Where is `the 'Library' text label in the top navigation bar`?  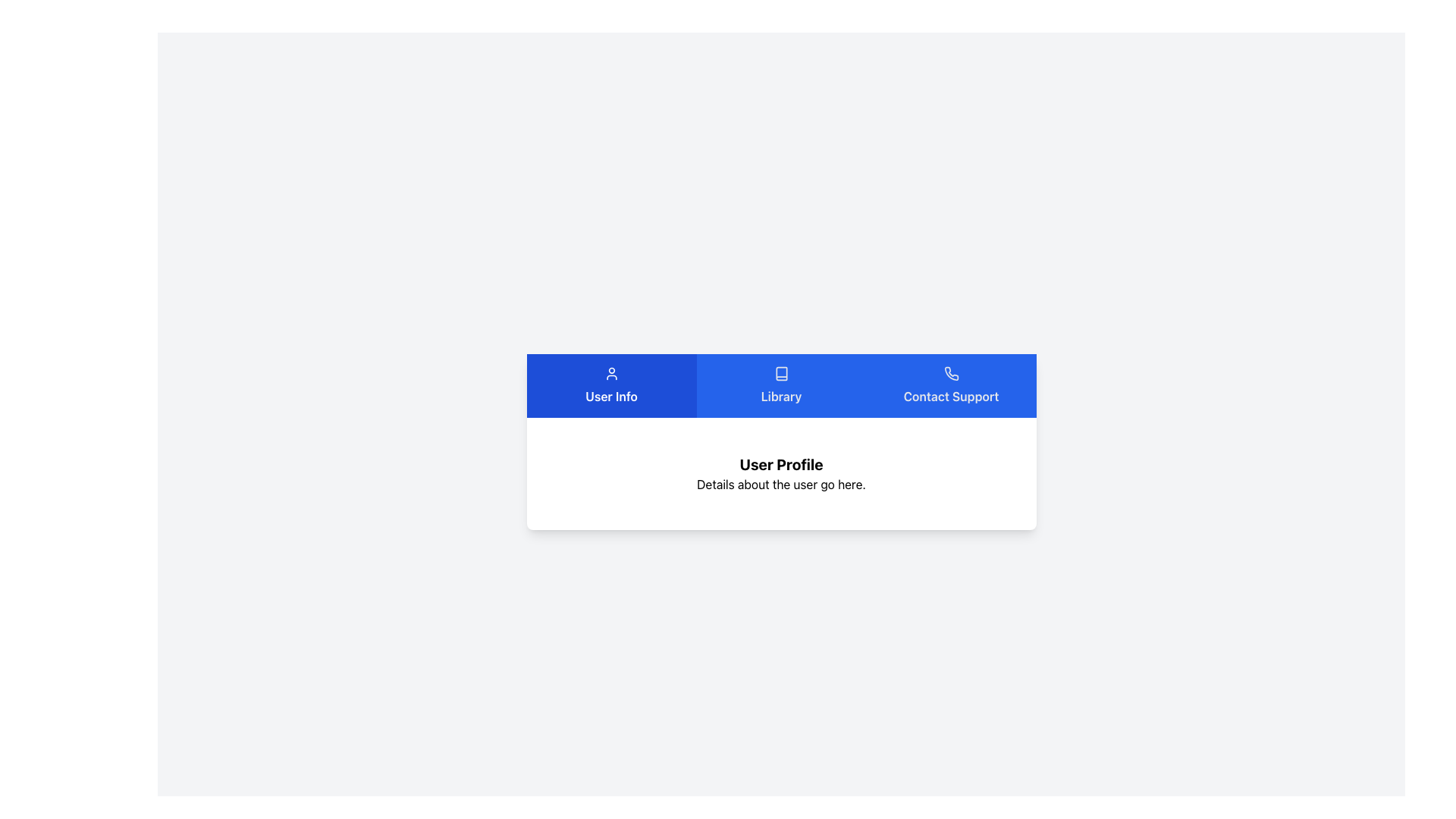 the 'Library' text label in the top navigation bar is located at coordinates (781, 396).